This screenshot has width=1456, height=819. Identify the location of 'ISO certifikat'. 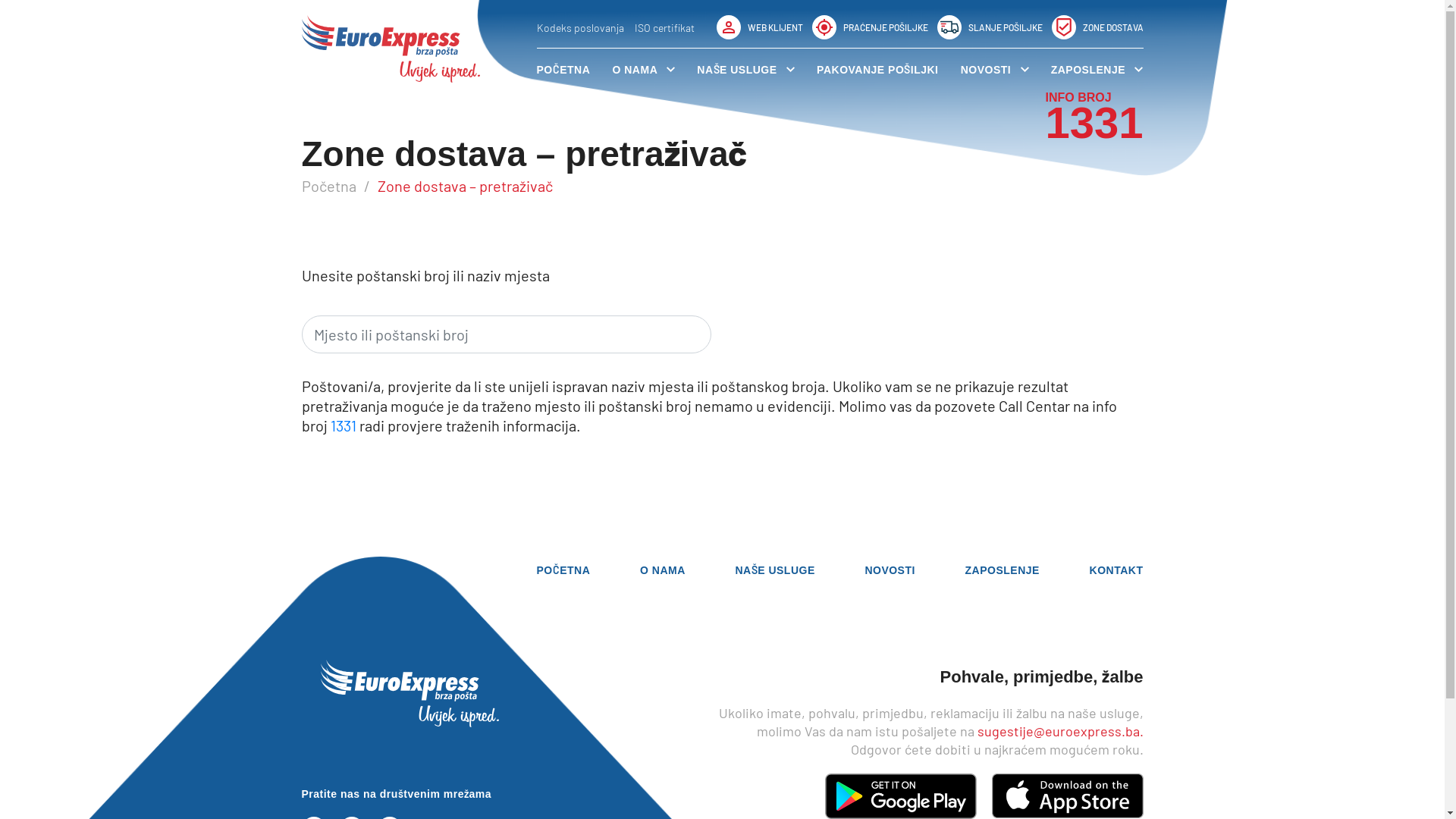
(633, 27).